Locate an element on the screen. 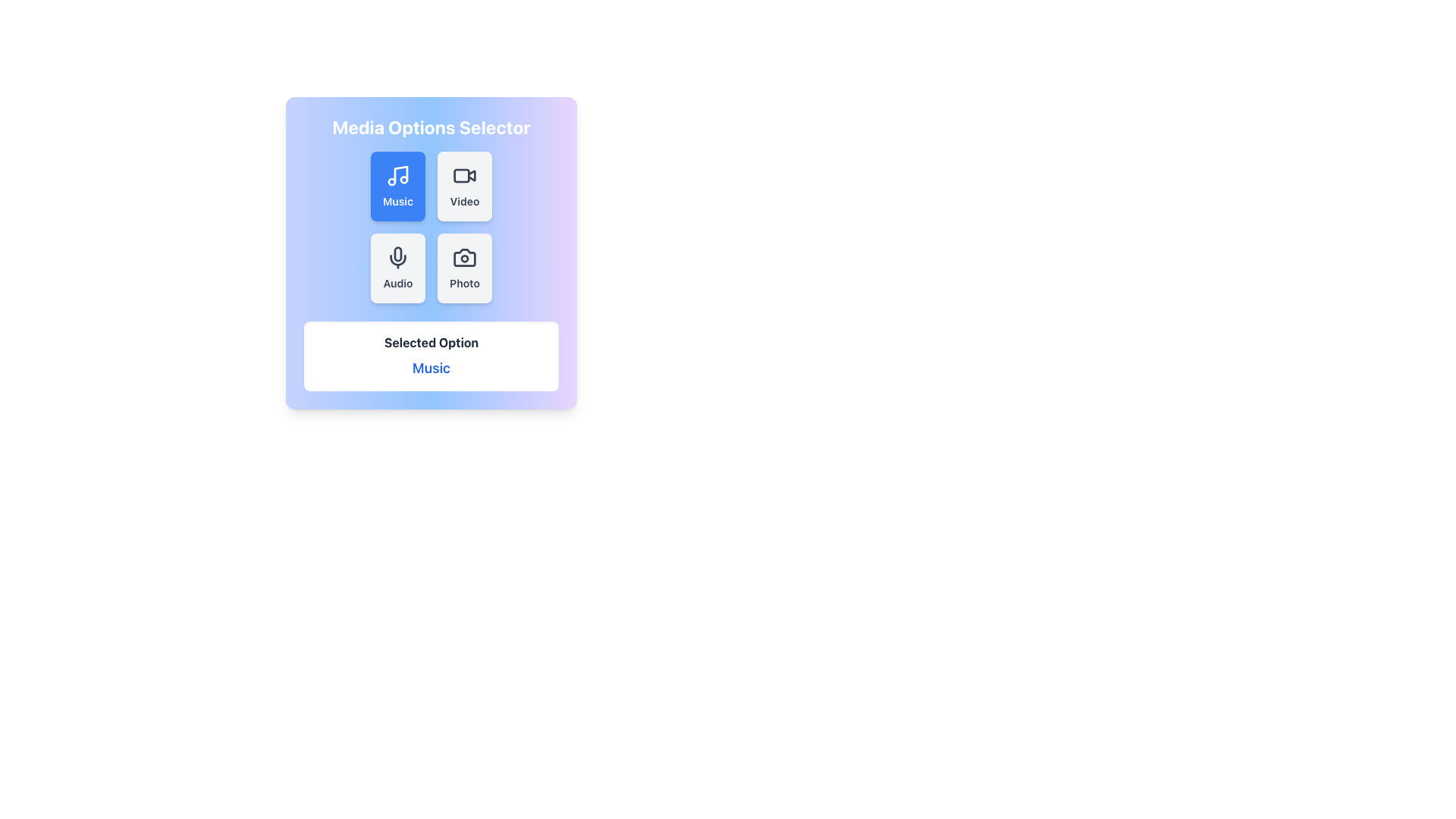 The height and width of the screenshot is (819, 1456). the blue rectangular button with rounded corners labeled 'Music', located in the upper-left corner of the grid is located at coordinates (397, 186).